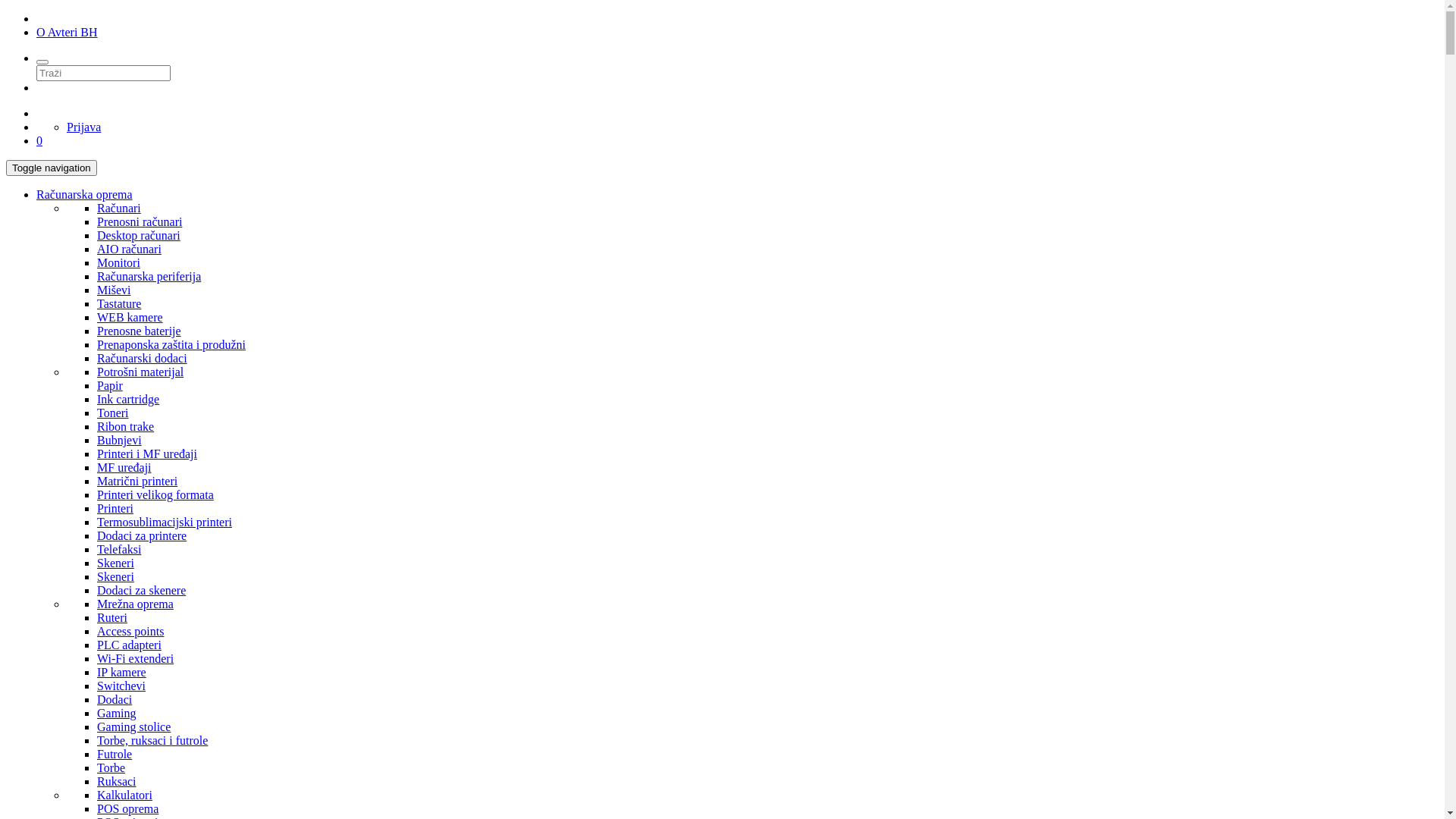 This screenshot has width=1456, height=819. What do you see at coordinates (108, 384) in the screenshot?
I see `'Papir'` at bounding box center [108, 384].